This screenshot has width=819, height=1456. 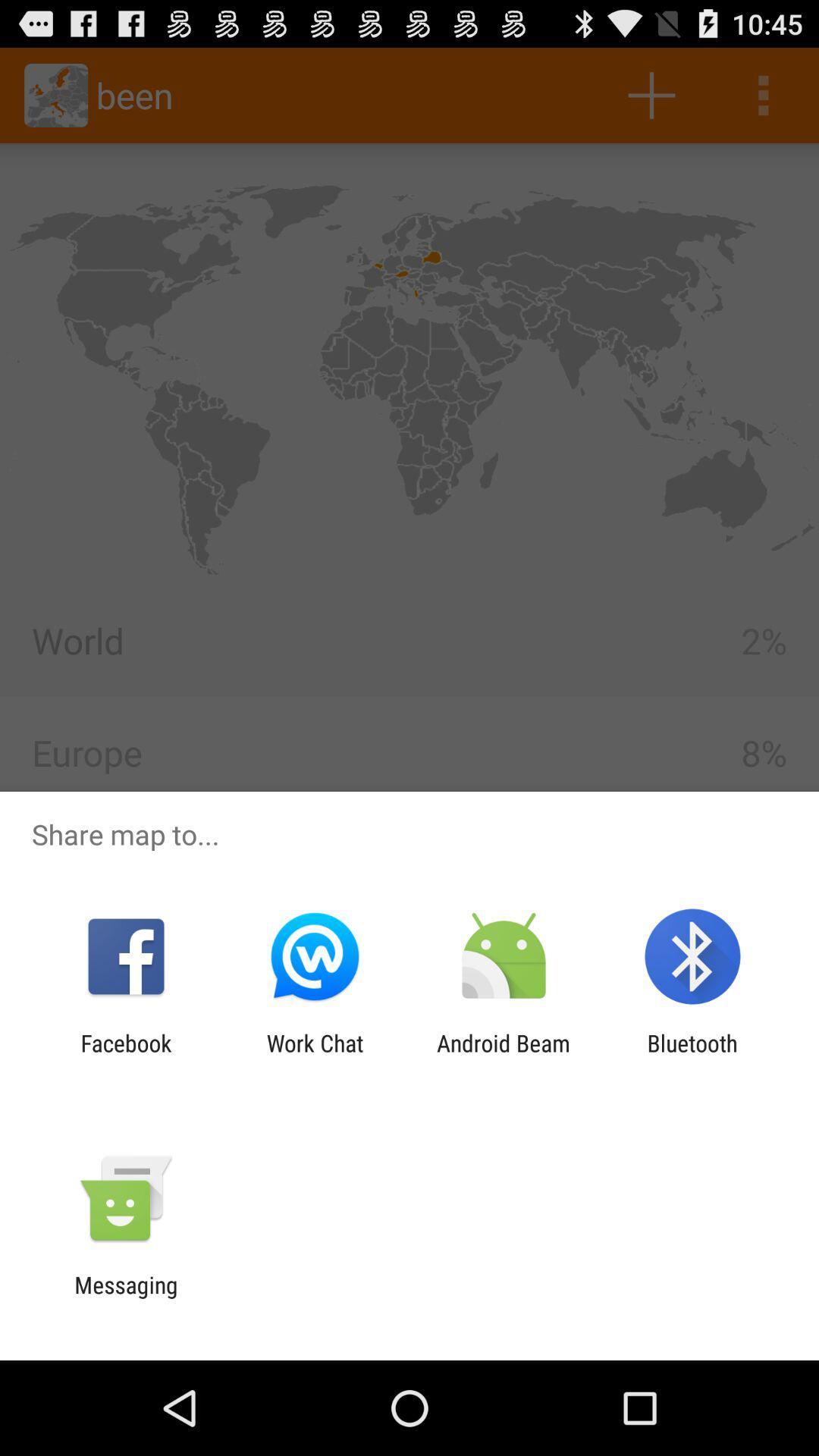 I want to click on app to the right of the work chat item, so click(x=504, y=1056).